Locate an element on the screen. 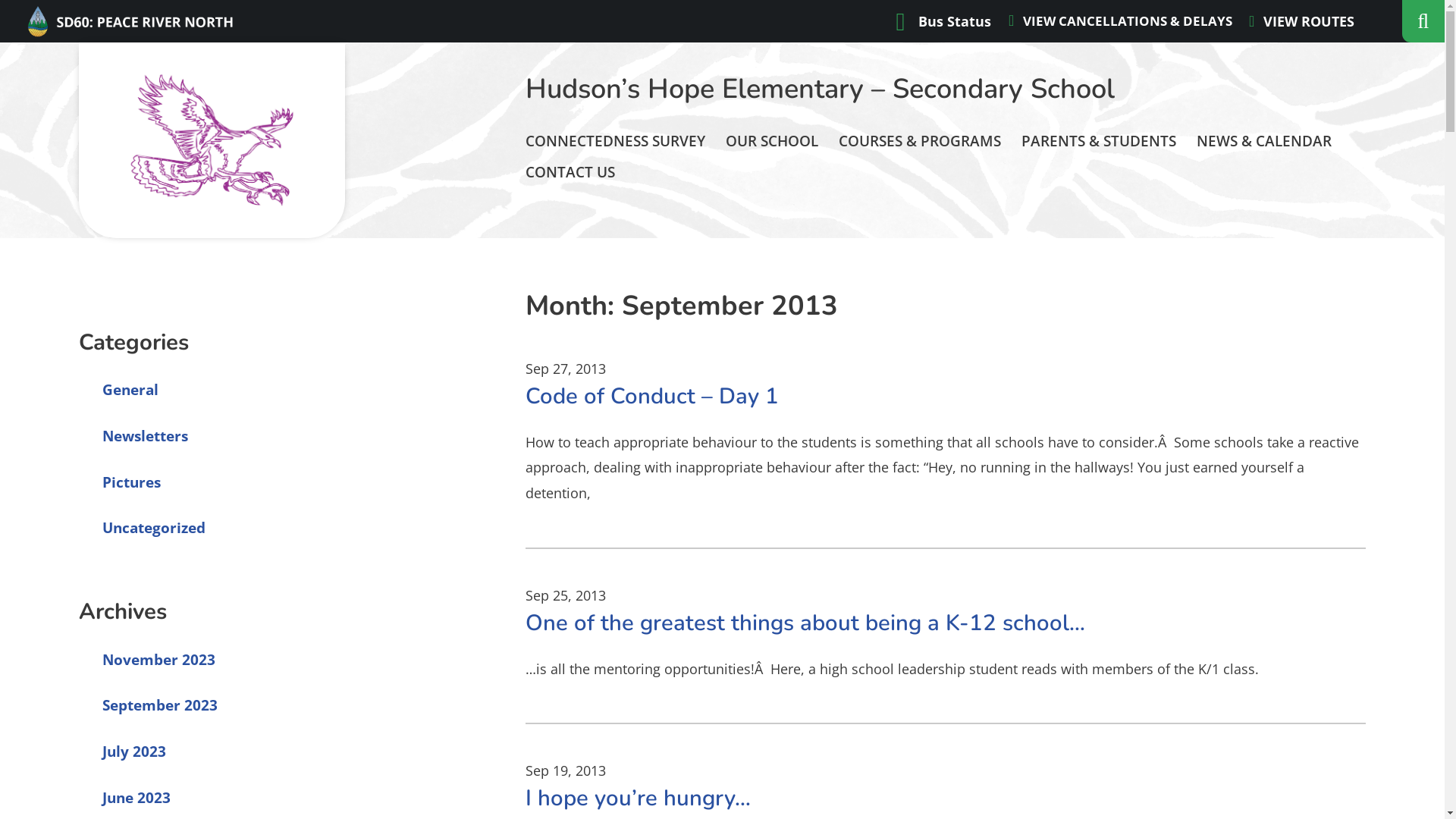 This screenshot has width=1456, height=819. 'November 2023' is located at coordinates (147, 659).